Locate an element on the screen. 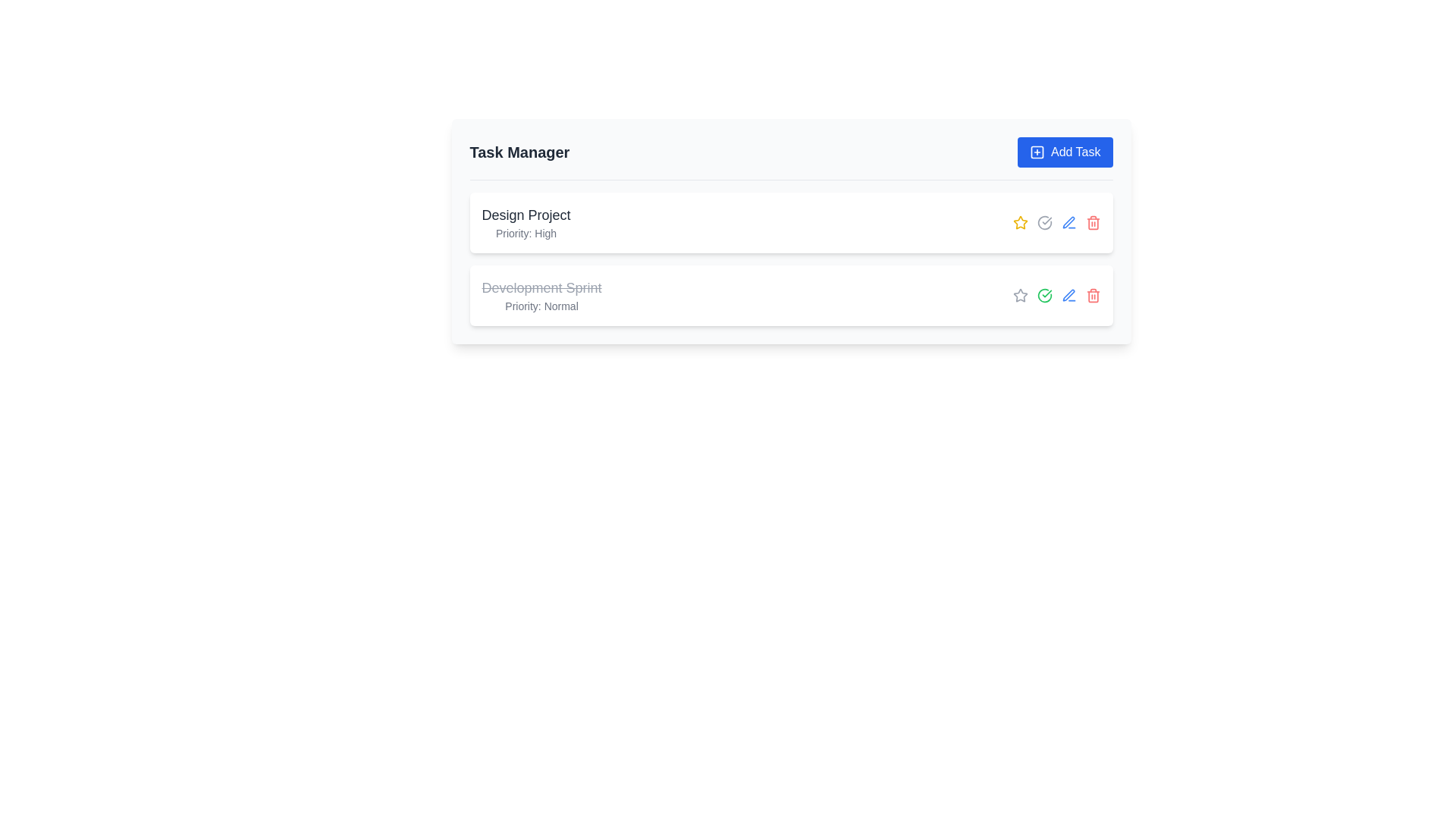  the delete button with an icon associated with a specific task to initiate the deletion of that task is located at coordinates (1093, 295).